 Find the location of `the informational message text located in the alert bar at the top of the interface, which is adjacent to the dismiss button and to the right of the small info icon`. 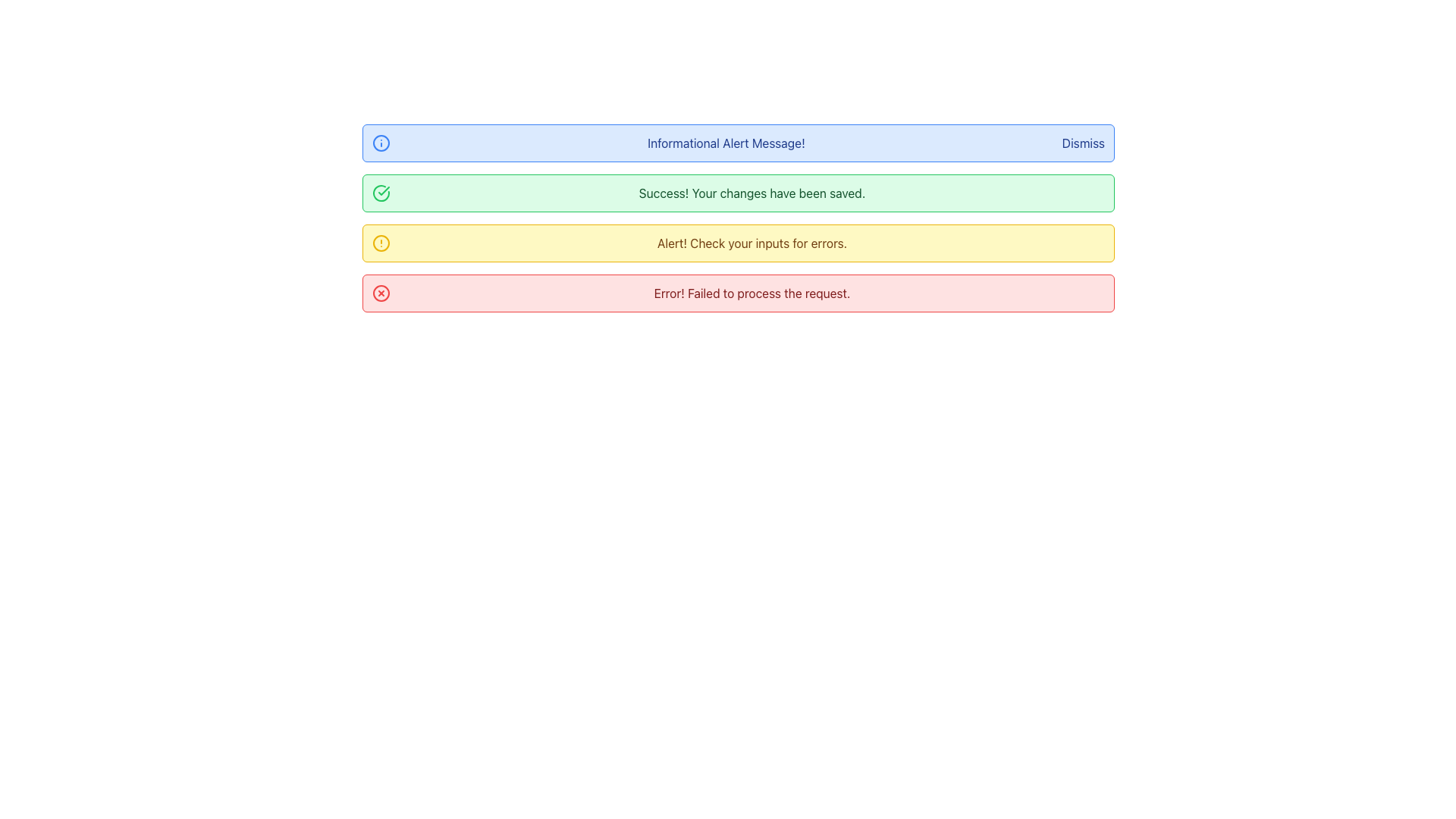

the informational message text located in the alert bar at the top of the interface, which is adjacent to the dismiss button and to the right of the small info icon is located at coordinates (725, 143).